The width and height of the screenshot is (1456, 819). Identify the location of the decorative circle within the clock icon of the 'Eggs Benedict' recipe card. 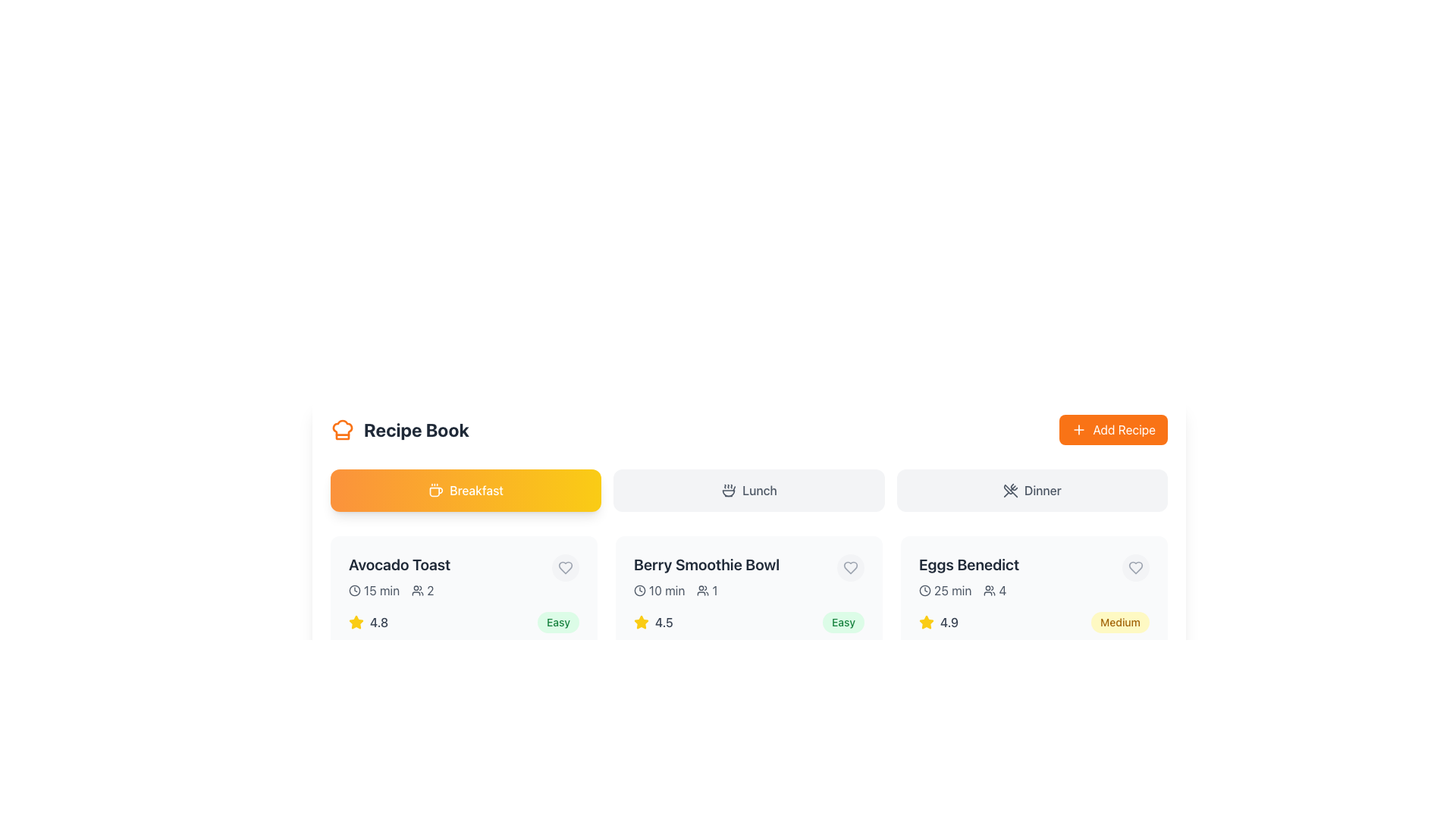
(924, 590).